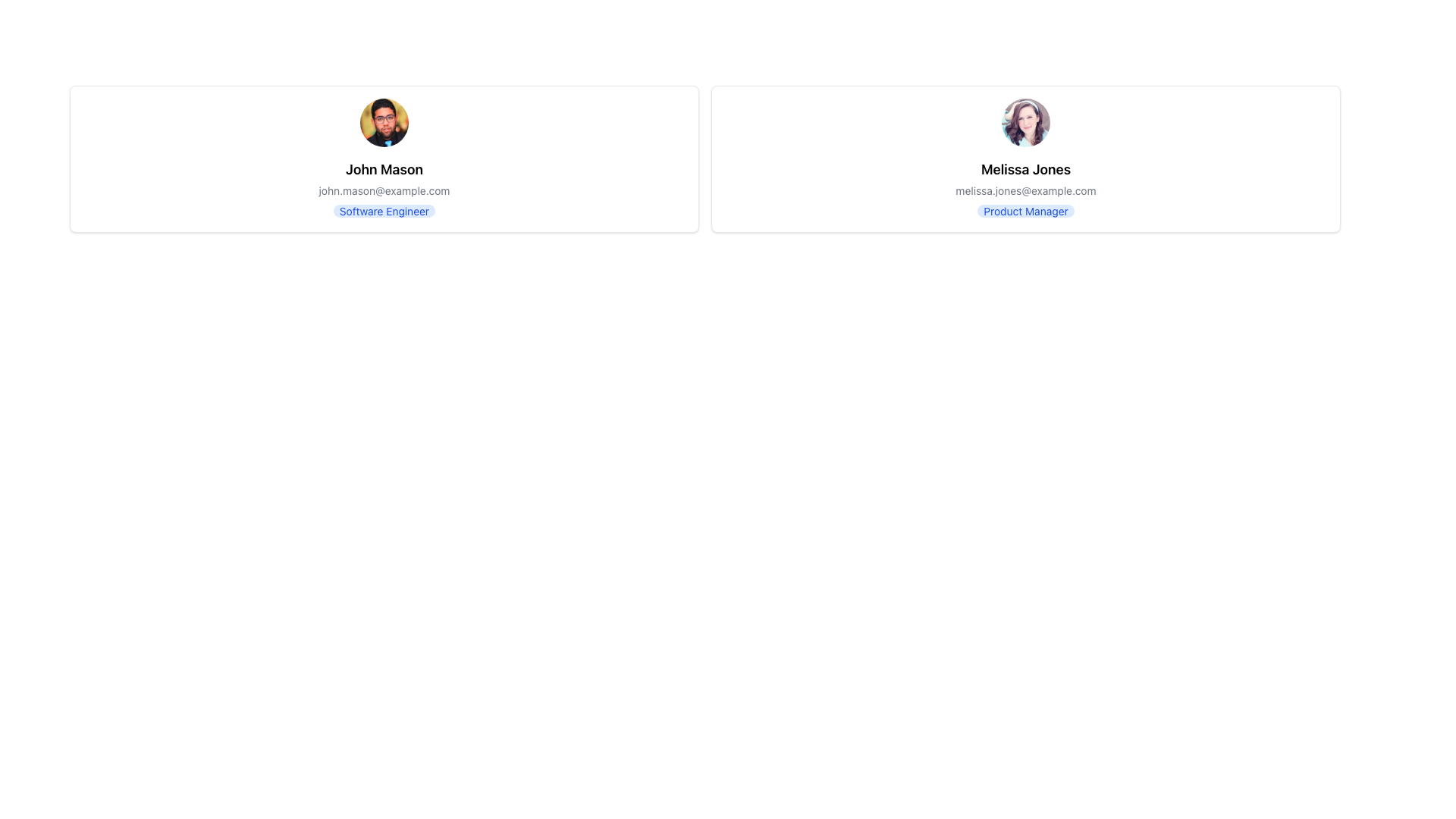 The image size is (1456, 819). I want to click on the text label displaying the user's email address, positioned between the title 'John Mason' and the label 'Software Engineer', so click(384, 190).